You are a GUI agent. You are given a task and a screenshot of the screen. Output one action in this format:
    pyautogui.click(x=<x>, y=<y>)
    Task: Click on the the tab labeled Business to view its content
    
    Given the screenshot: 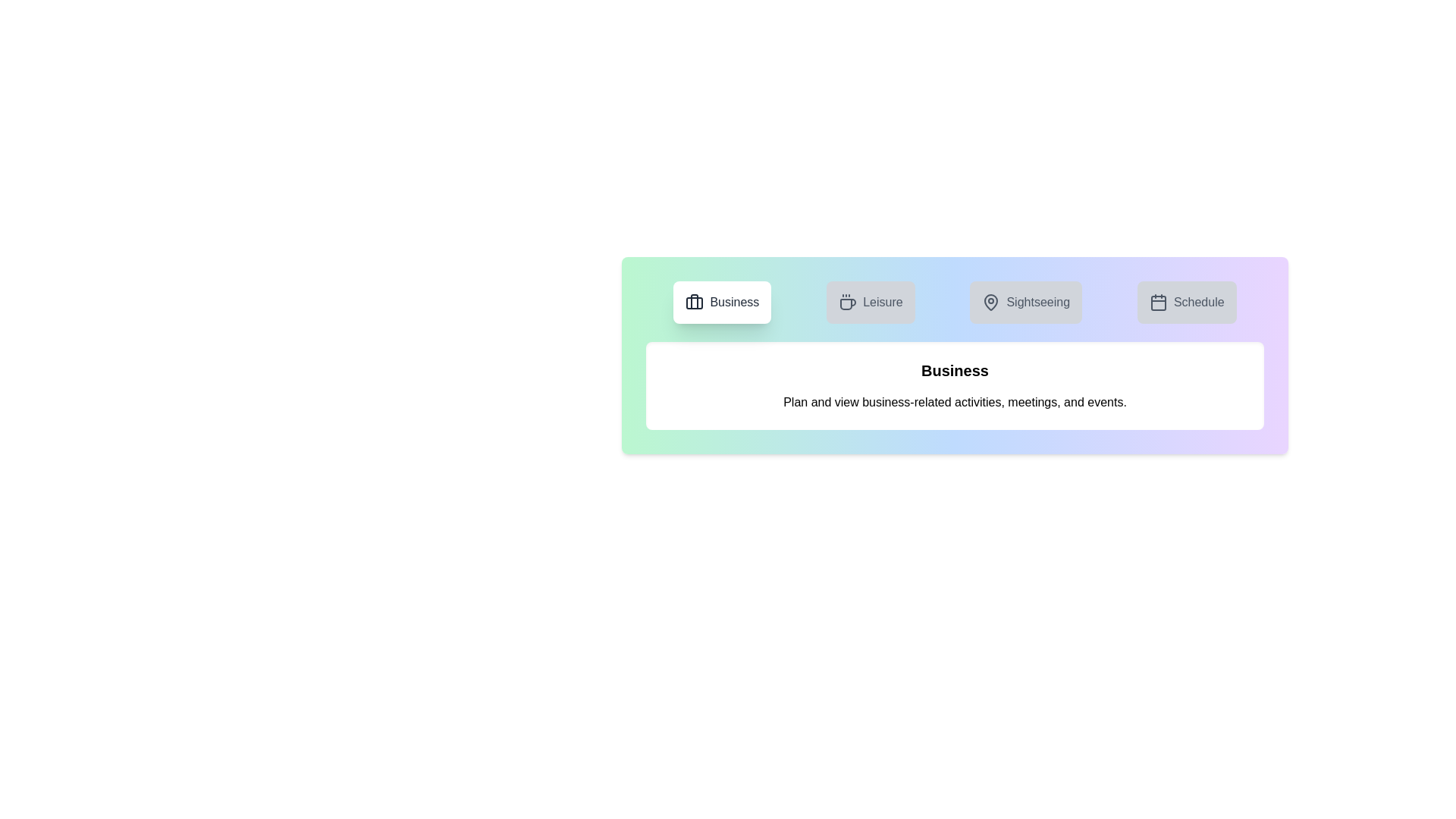 What is the action you would take?
    pyautogui.click(x=721, y=302)
    